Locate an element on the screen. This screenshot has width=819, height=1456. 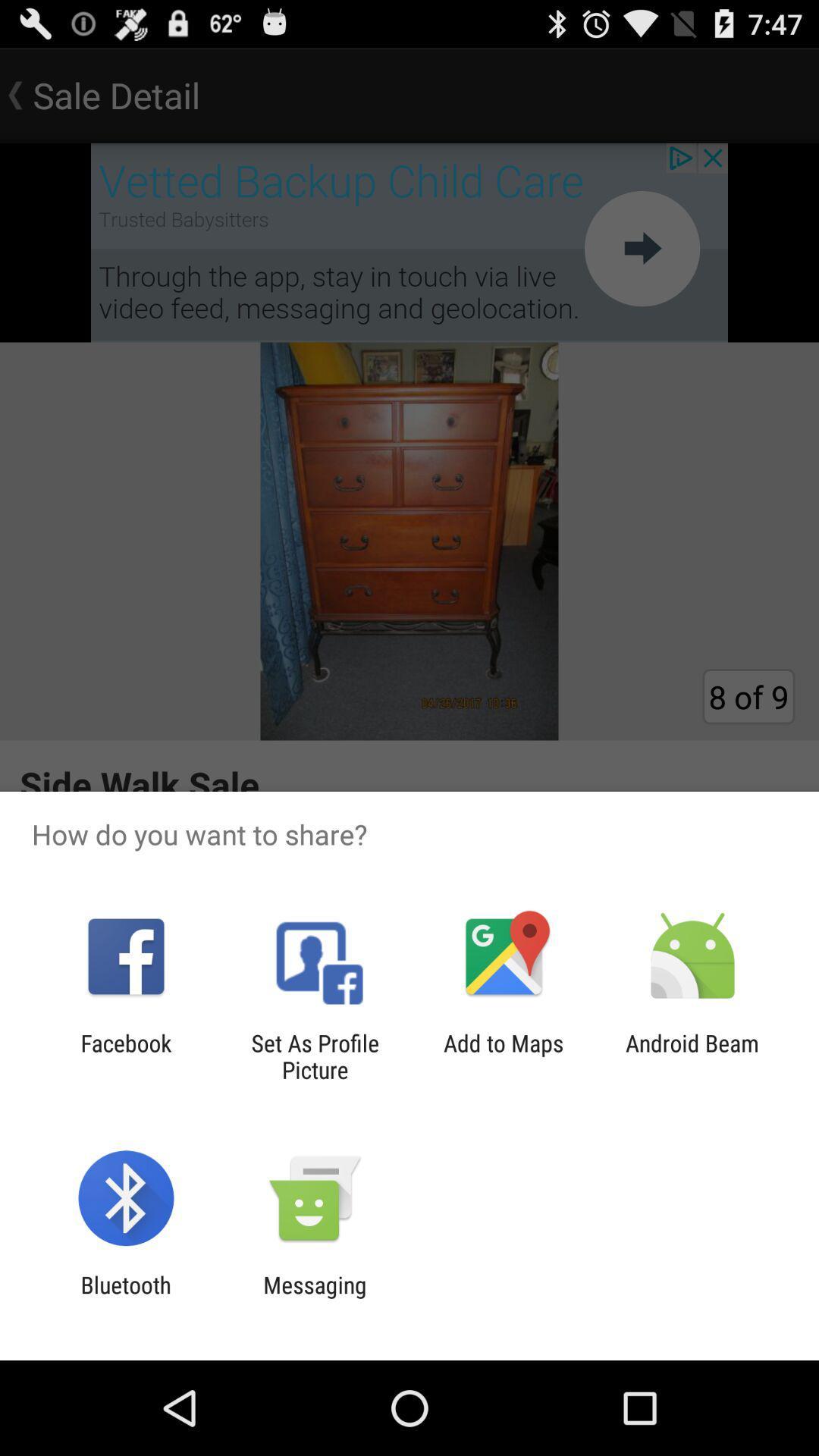
the set as profile is located at coordinates (314, 1056).